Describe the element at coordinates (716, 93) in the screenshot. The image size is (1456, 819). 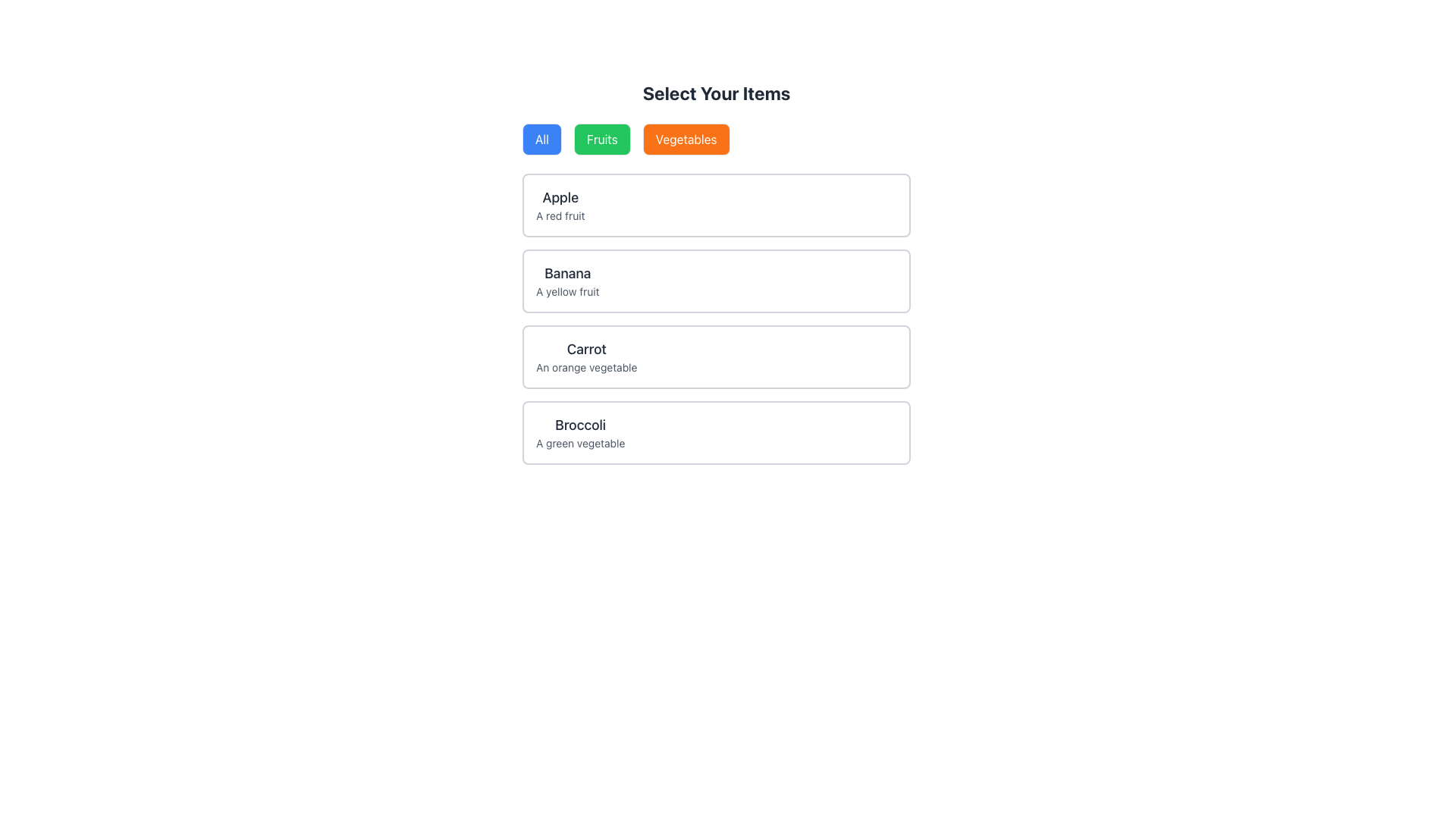
I see `the Header Text element that indicates the purpose of the section, directing users to select items from the available options below` at that location.